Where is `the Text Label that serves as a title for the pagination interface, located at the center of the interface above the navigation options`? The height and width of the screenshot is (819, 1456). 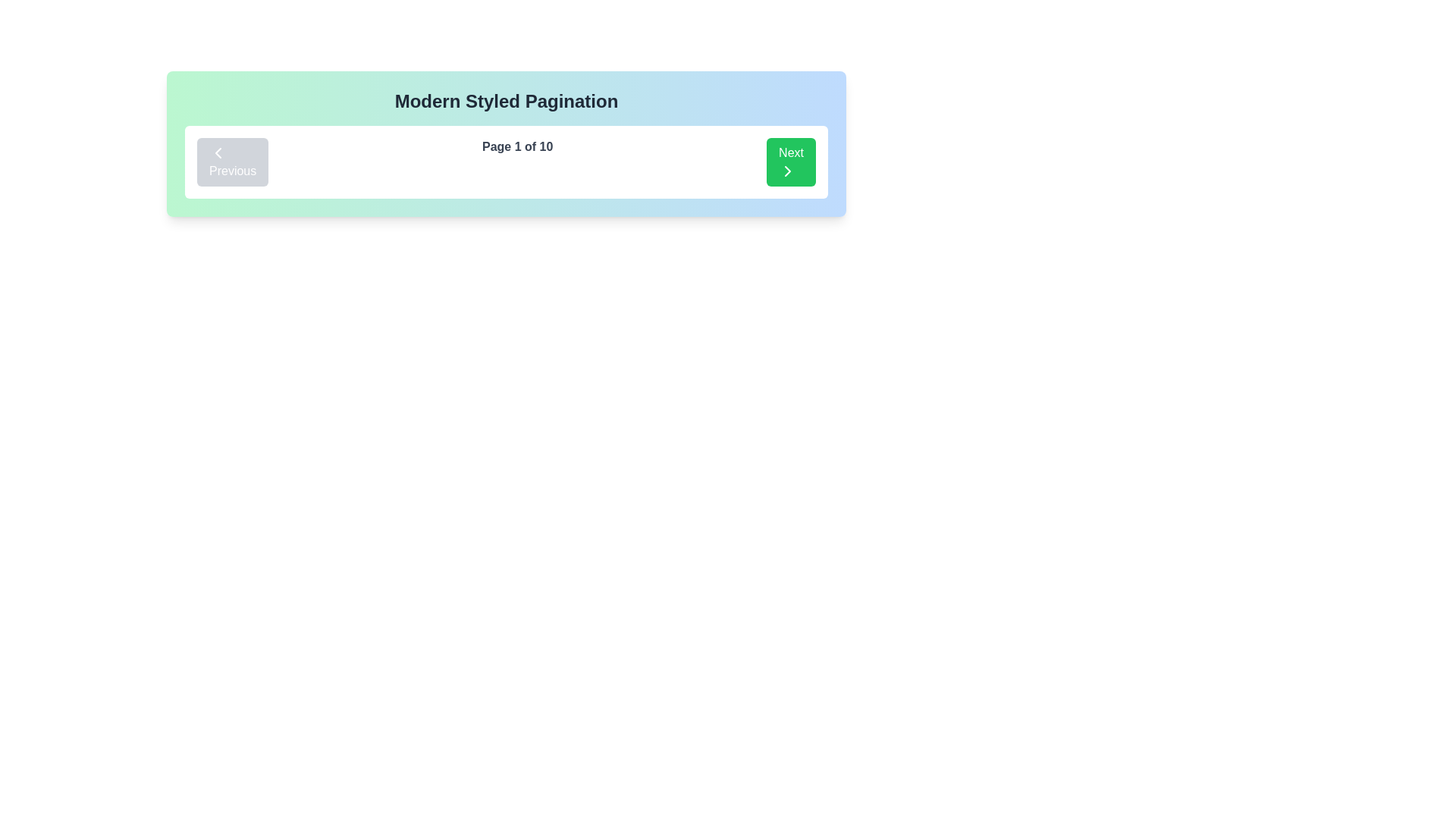
the Text Label that serves as a title for the pagination interface, located at the center of the interface above the navigation options is located at coordinates (506, 102).